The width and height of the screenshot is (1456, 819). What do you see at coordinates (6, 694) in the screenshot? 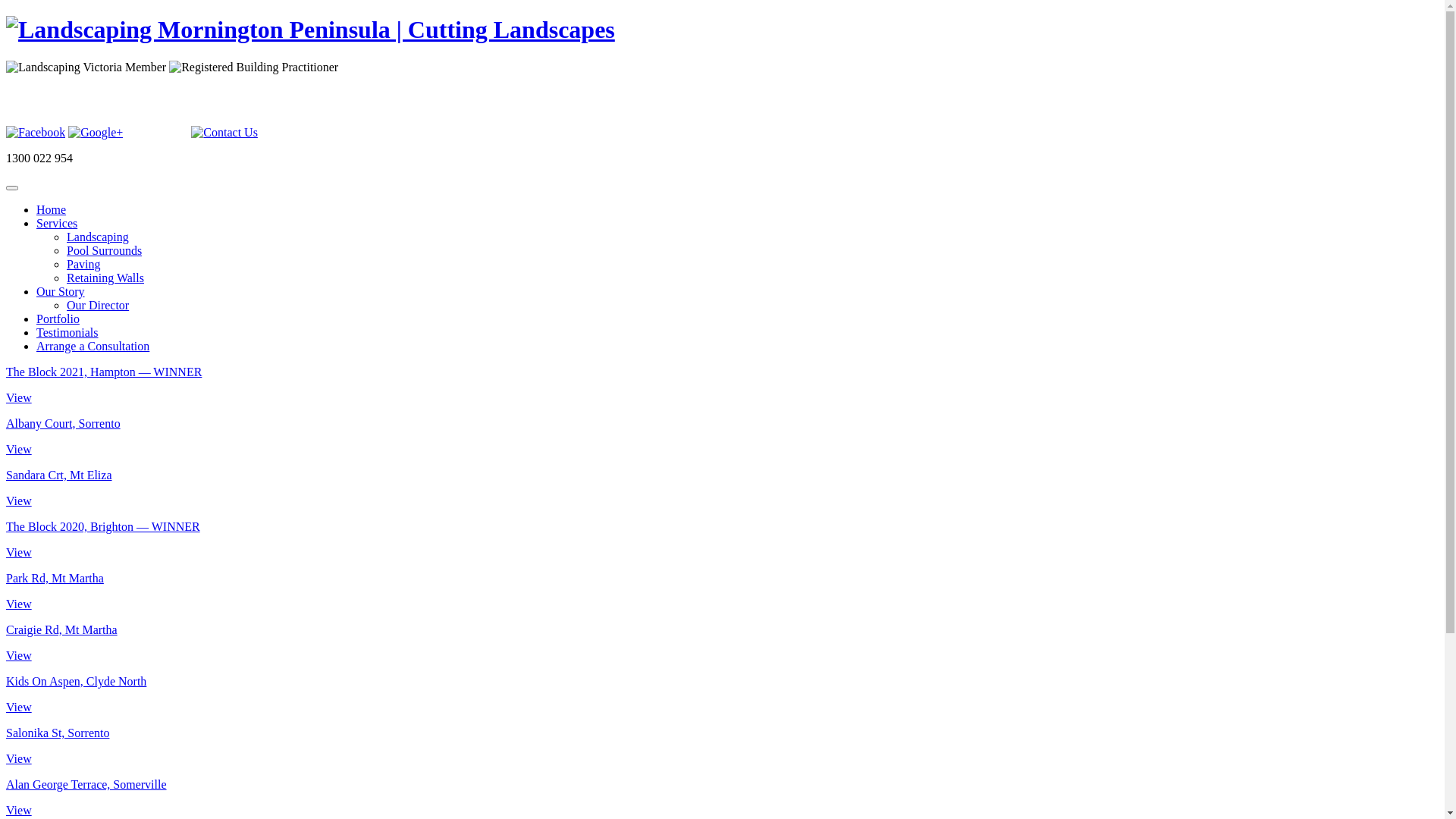
I see `'Kids On Aspen, Clyde North` at bounding box center [6, 694].